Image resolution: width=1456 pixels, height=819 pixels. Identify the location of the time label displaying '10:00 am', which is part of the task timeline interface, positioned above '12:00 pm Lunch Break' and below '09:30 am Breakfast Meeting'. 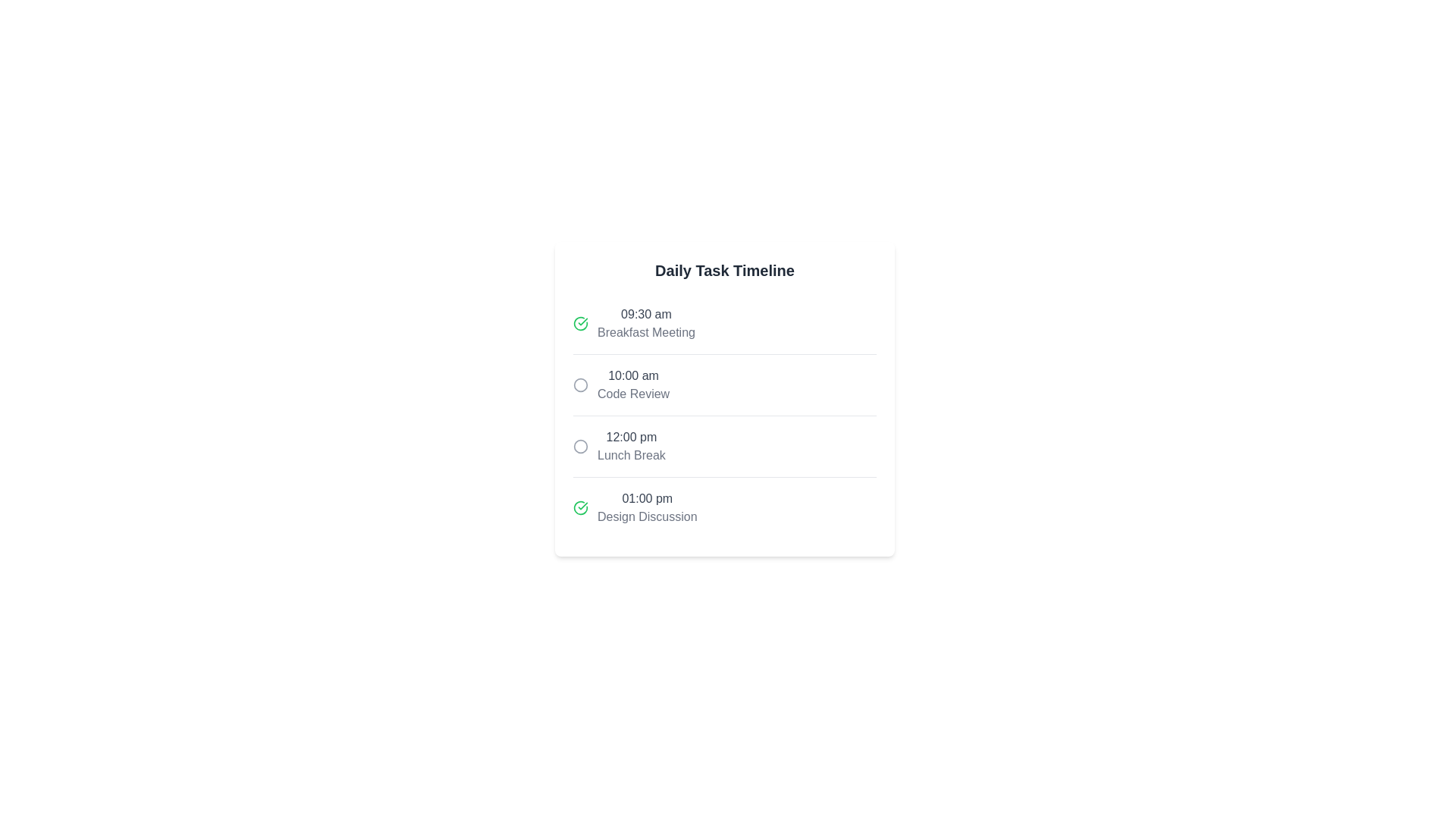
(633, 375).